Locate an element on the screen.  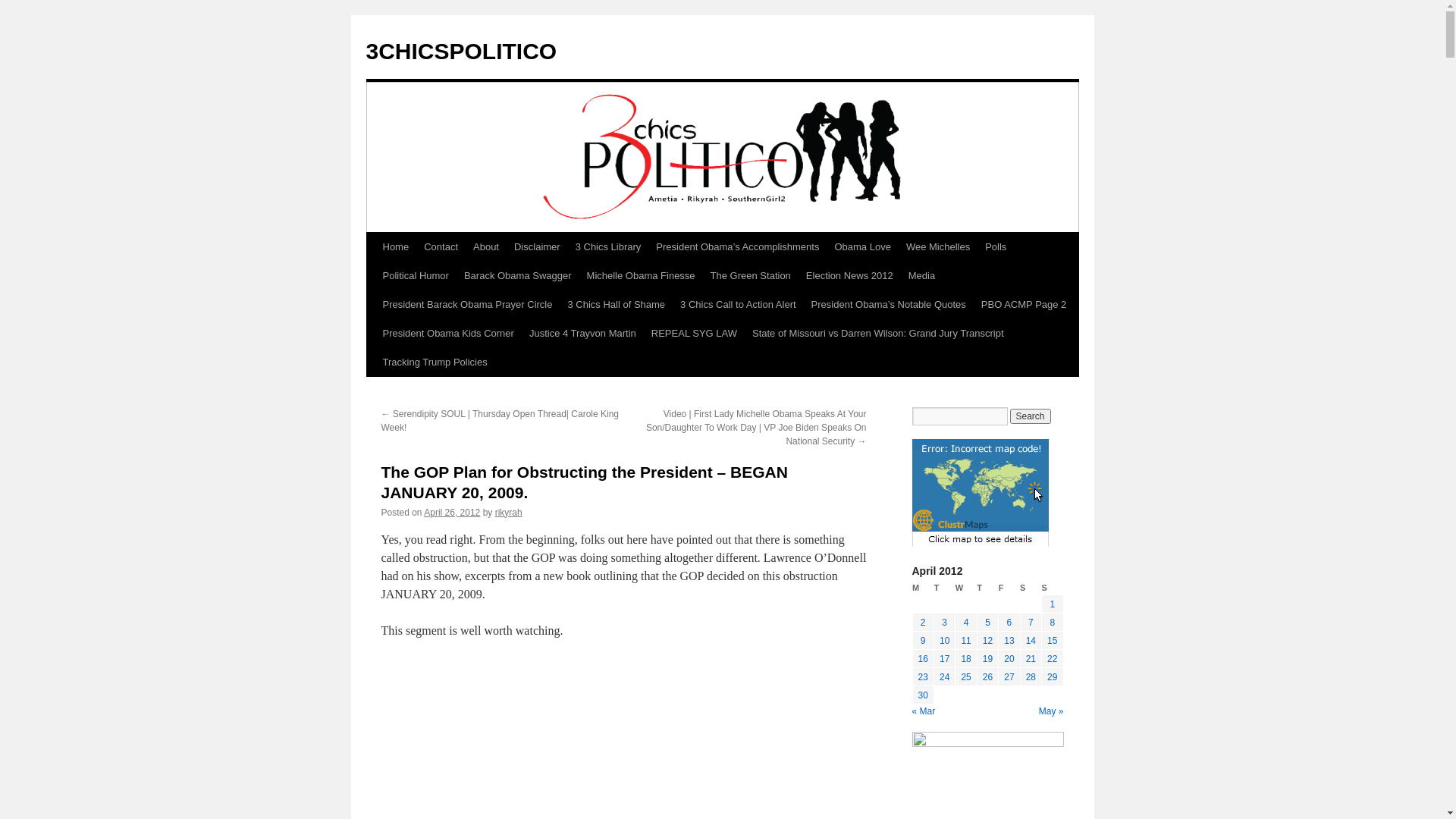
'28' is located at coordinates (1031, 676).